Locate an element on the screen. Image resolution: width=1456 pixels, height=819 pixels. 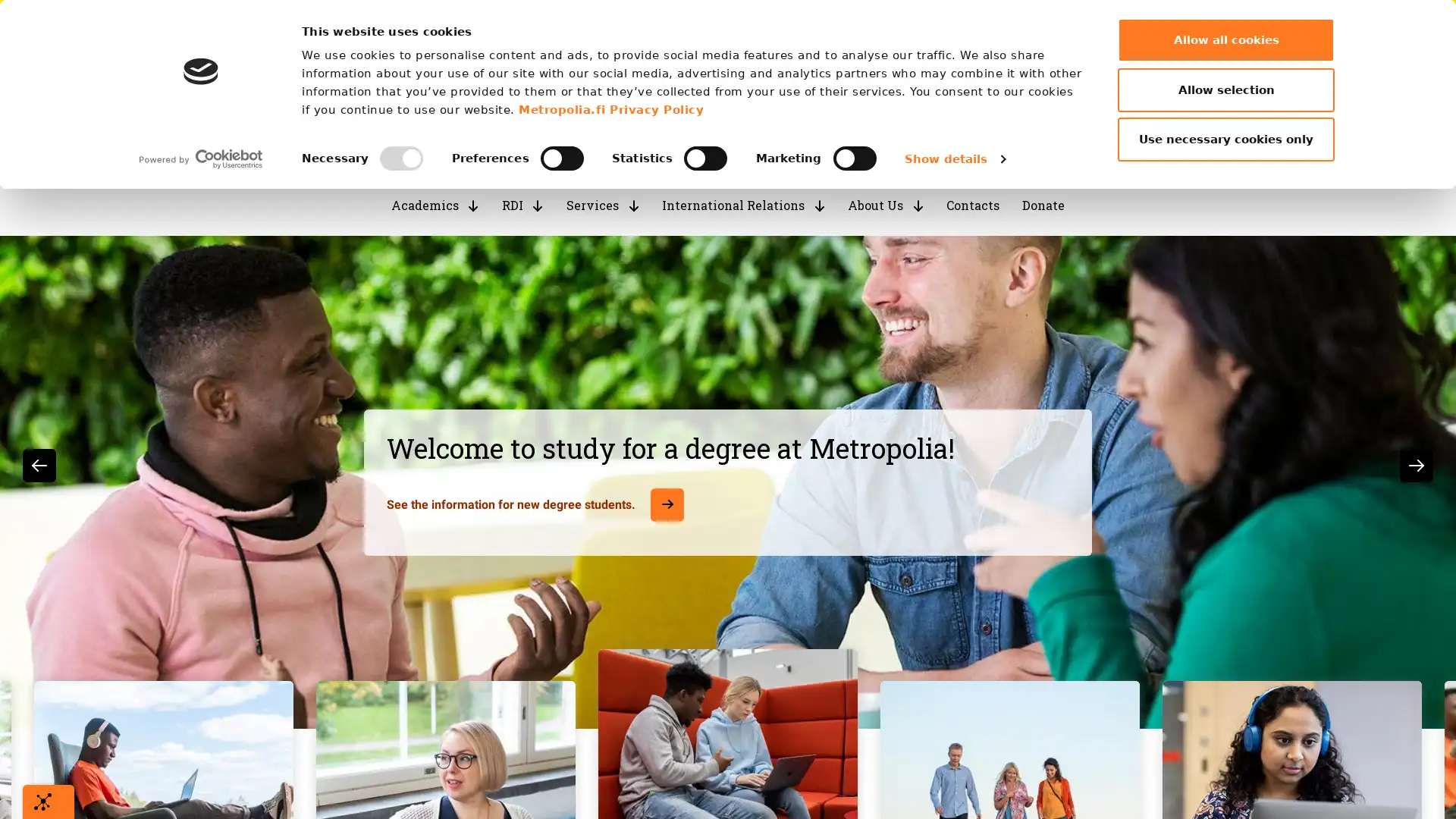
Allow all cookies is located at coordinates (1226, 39).